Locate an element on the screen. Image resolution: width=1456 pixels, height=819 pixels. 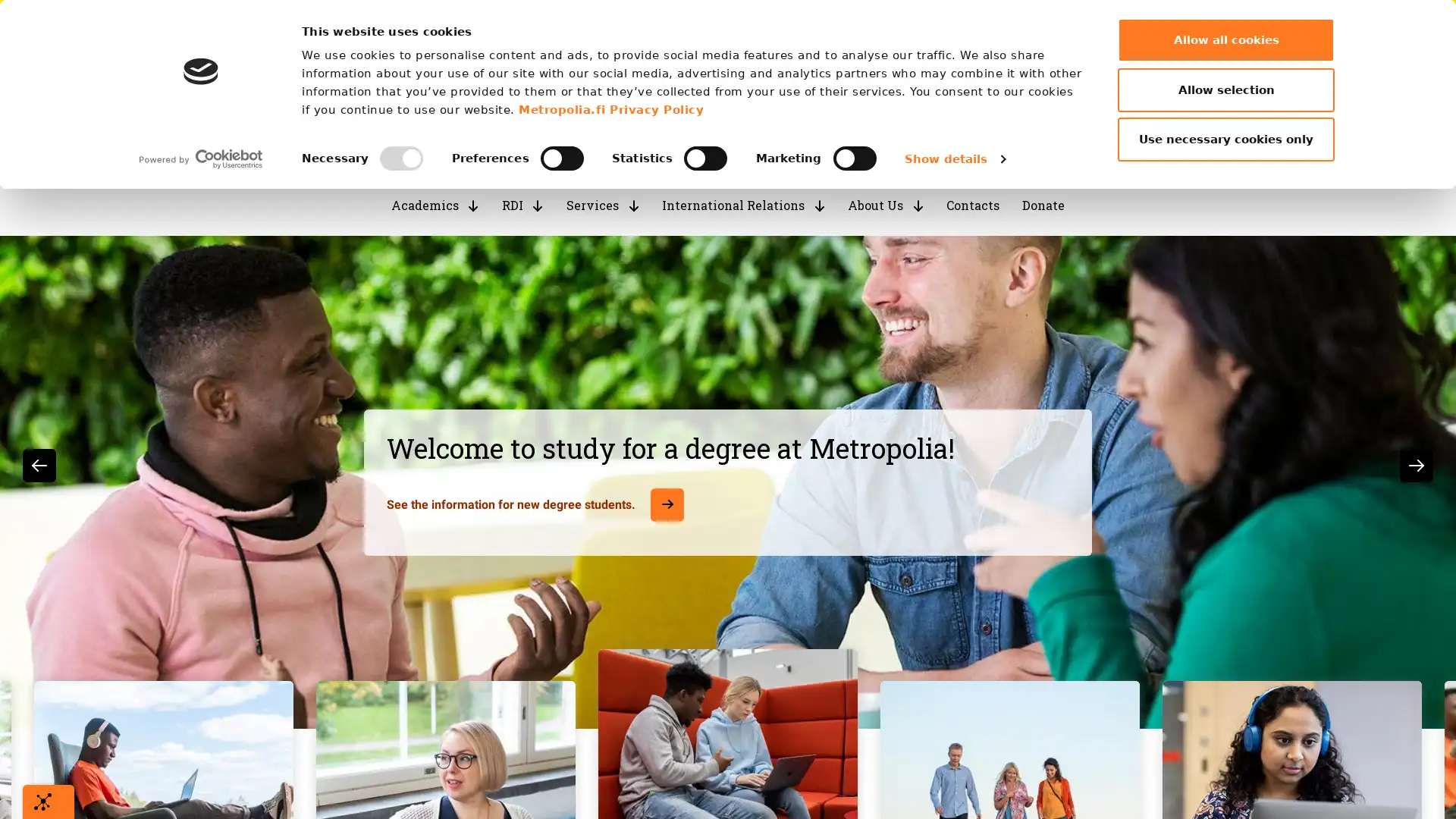
Allow all cookies is located at coordinates (1226, 39).